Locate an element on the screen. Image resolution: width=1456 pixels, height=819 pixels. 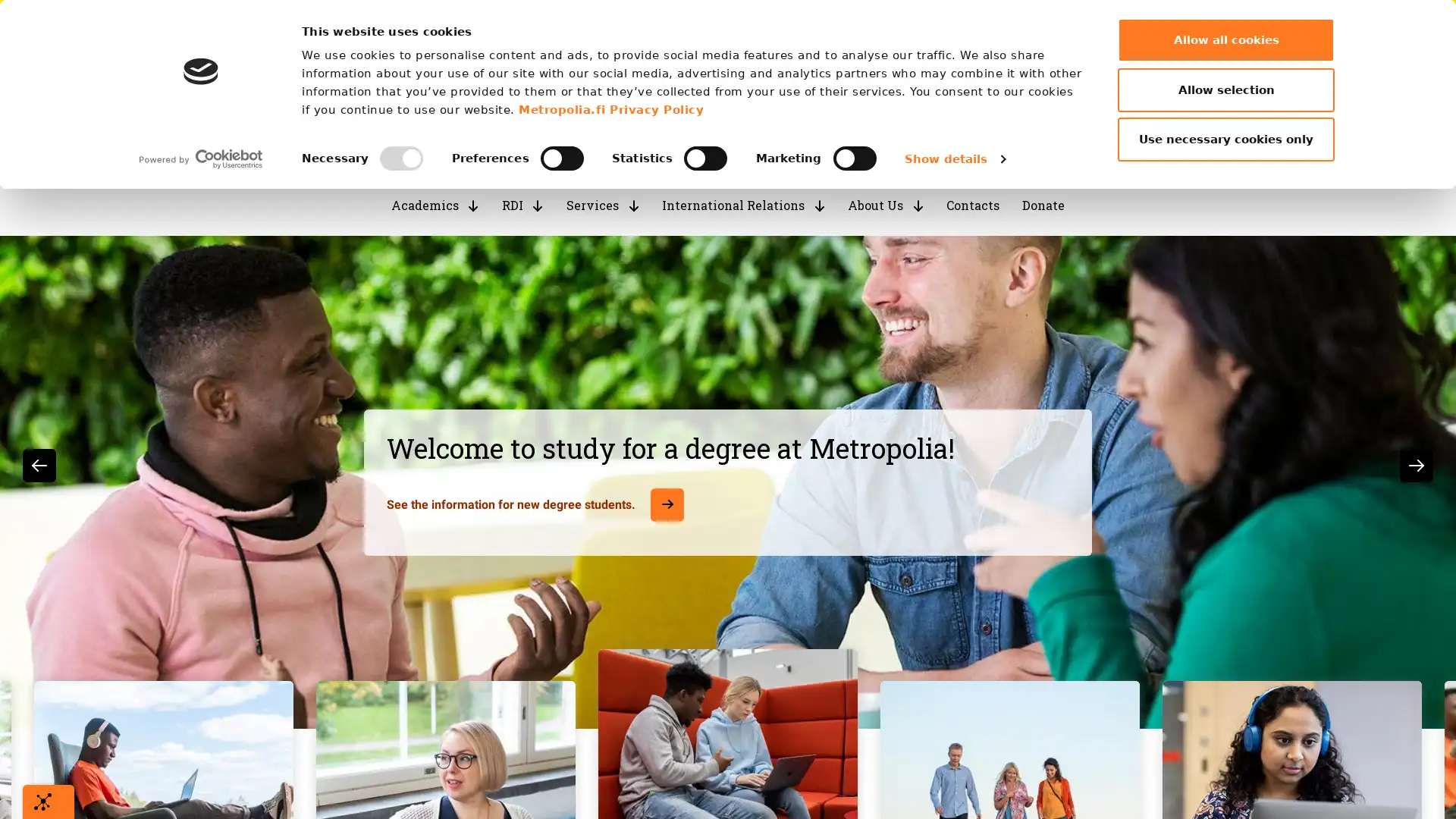
Allow all cookies is located at coordinates (1226, 39).